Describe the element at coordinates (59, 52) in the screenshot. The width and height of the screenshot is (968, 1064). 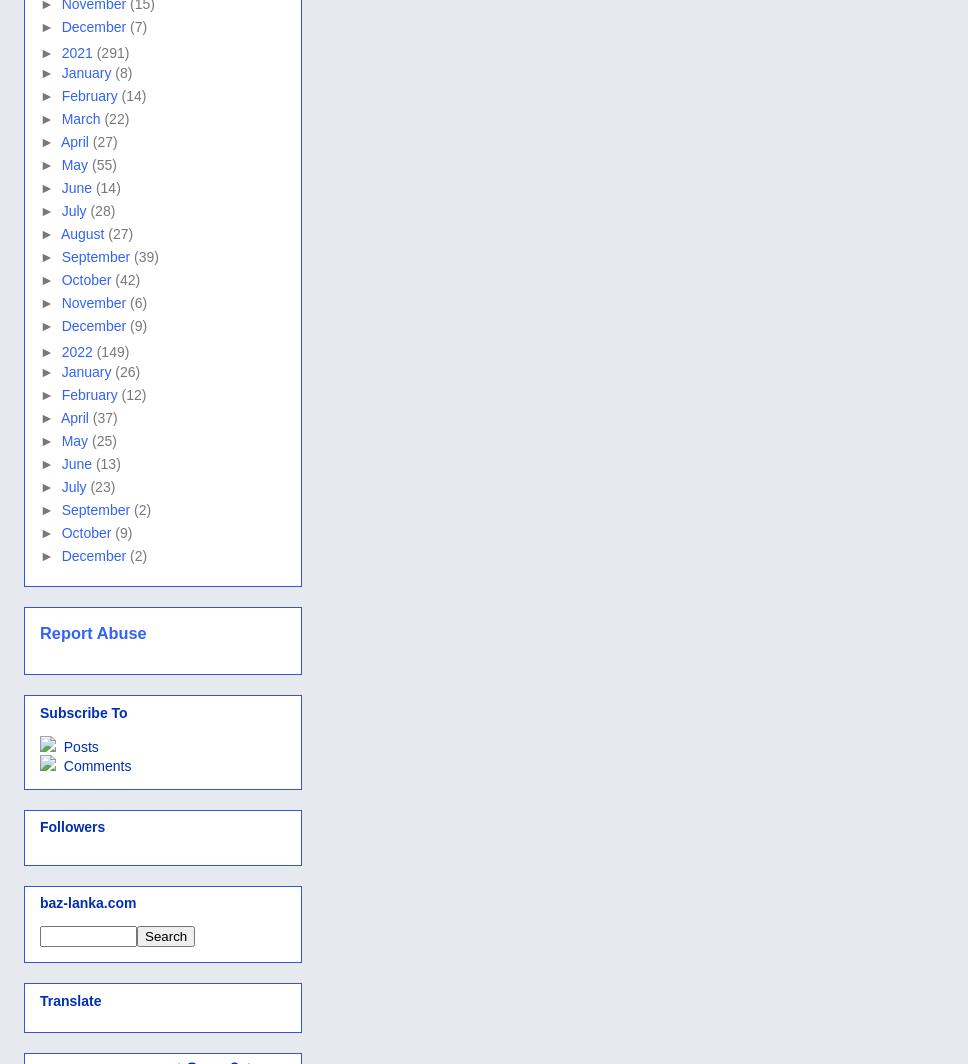
I see `'2021'` at that location.